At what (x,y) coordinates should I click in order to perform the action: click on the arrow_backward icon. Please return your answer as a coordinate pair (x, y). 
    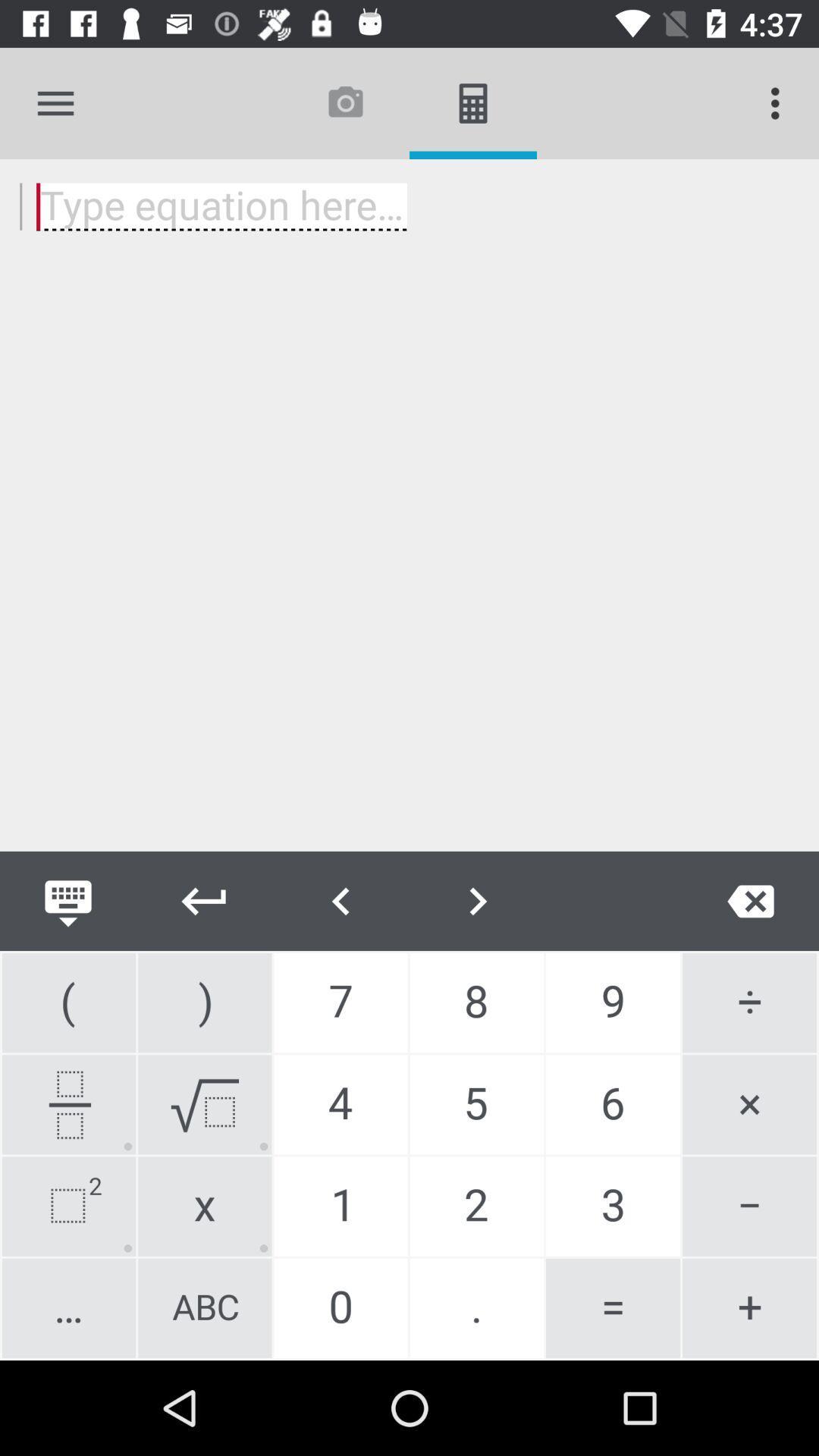
    Looking at the image, I should click on (205, 901).